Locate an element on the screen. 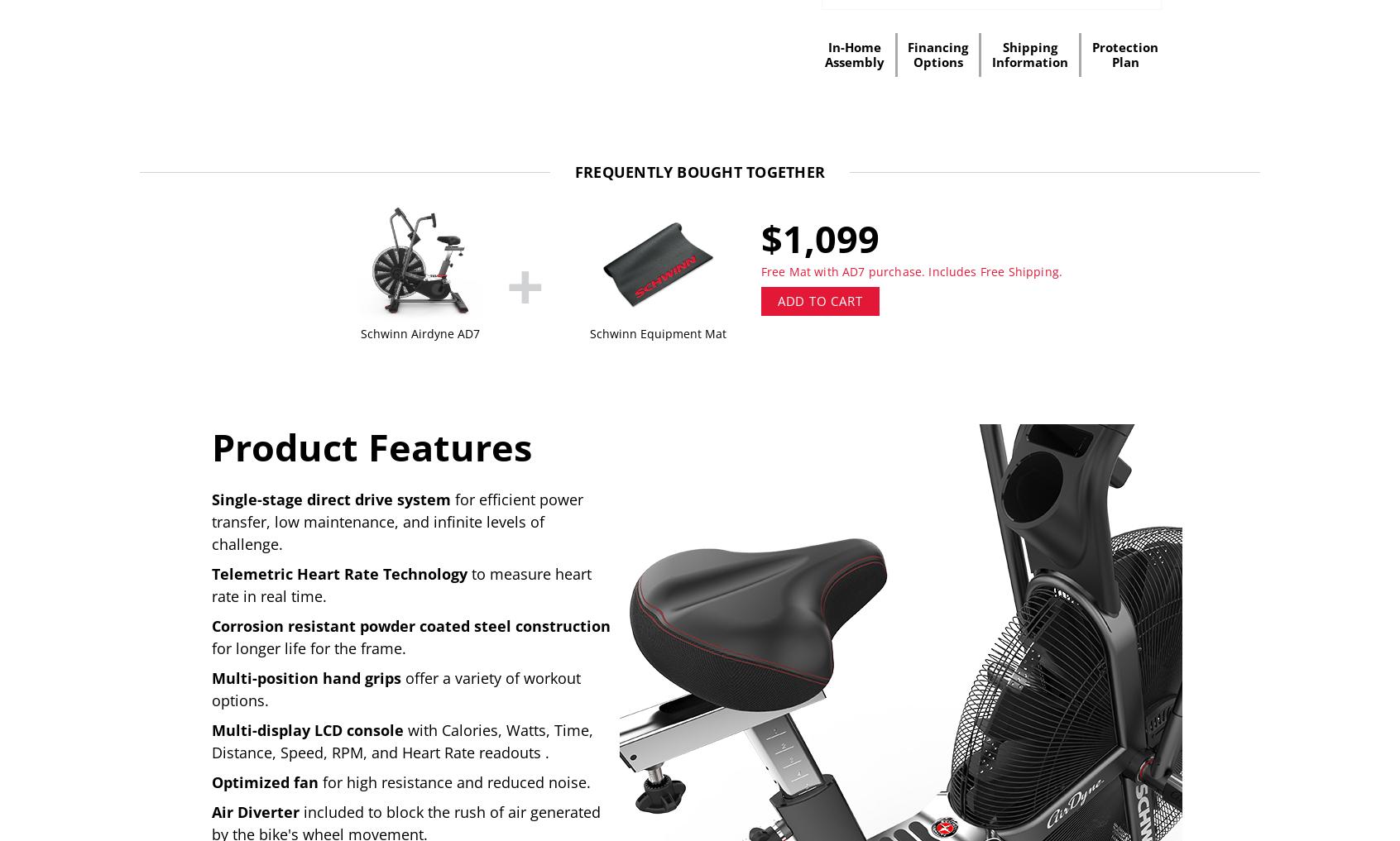 The height and width of the screenshot is (841, 1400). 'Optimized fan' is located at coordinates (266, 781).